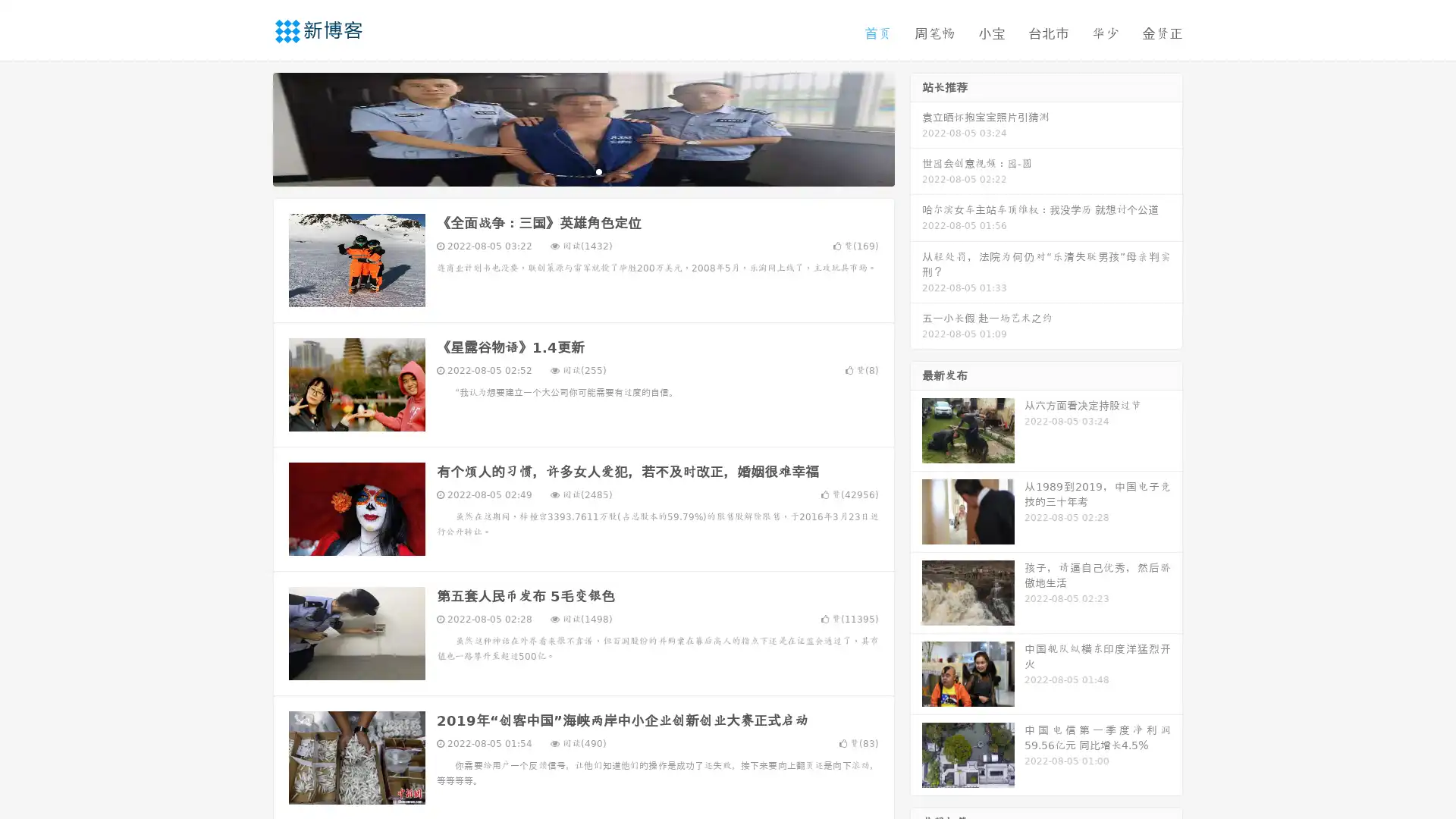 Image resolution: width=1456 pixels, height=819 pixels. I want to click on Go to slide 2, so click(582, 171).